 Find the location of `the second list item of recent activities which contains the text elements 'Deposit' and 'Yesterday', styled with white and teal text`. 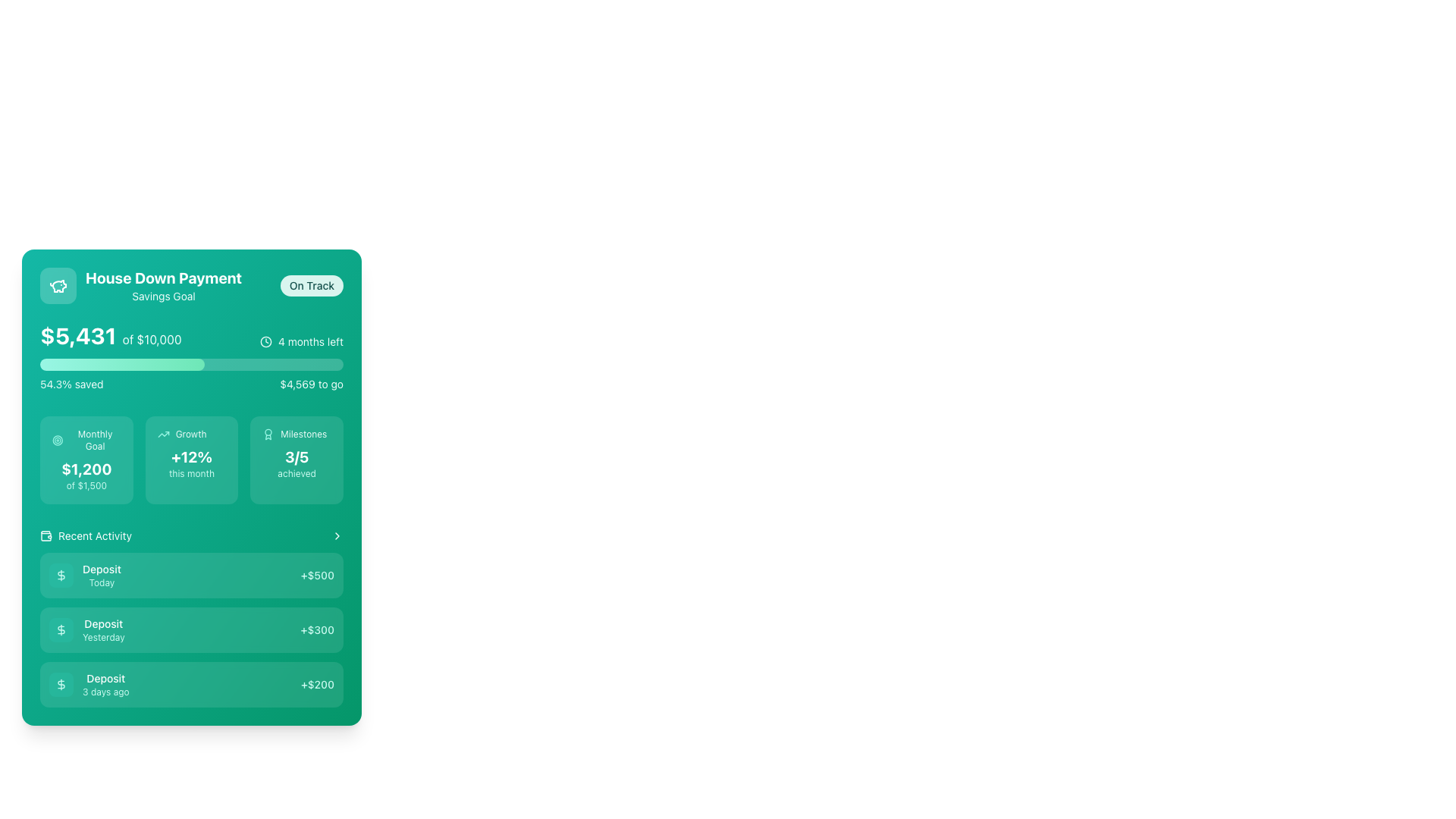

the second list item of recent activities which contains the text elements 'Deposit' and 'Yesterday', styled with white and teal text is located at coordinates (86, 629).